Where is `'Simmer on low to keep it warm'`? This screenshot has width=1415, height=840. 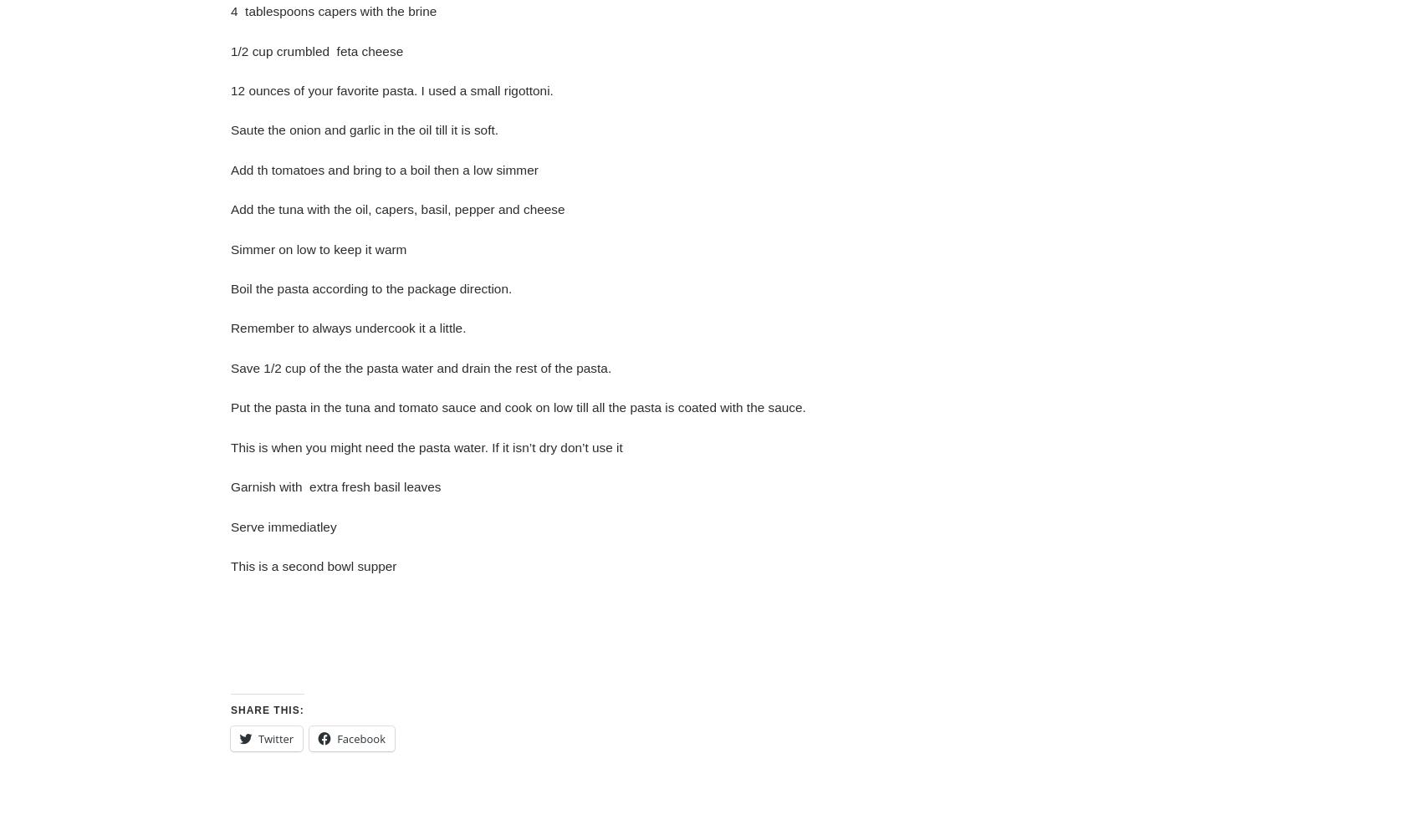 'Simmer on low to keep it warm' is located at coordinates (319, 247).